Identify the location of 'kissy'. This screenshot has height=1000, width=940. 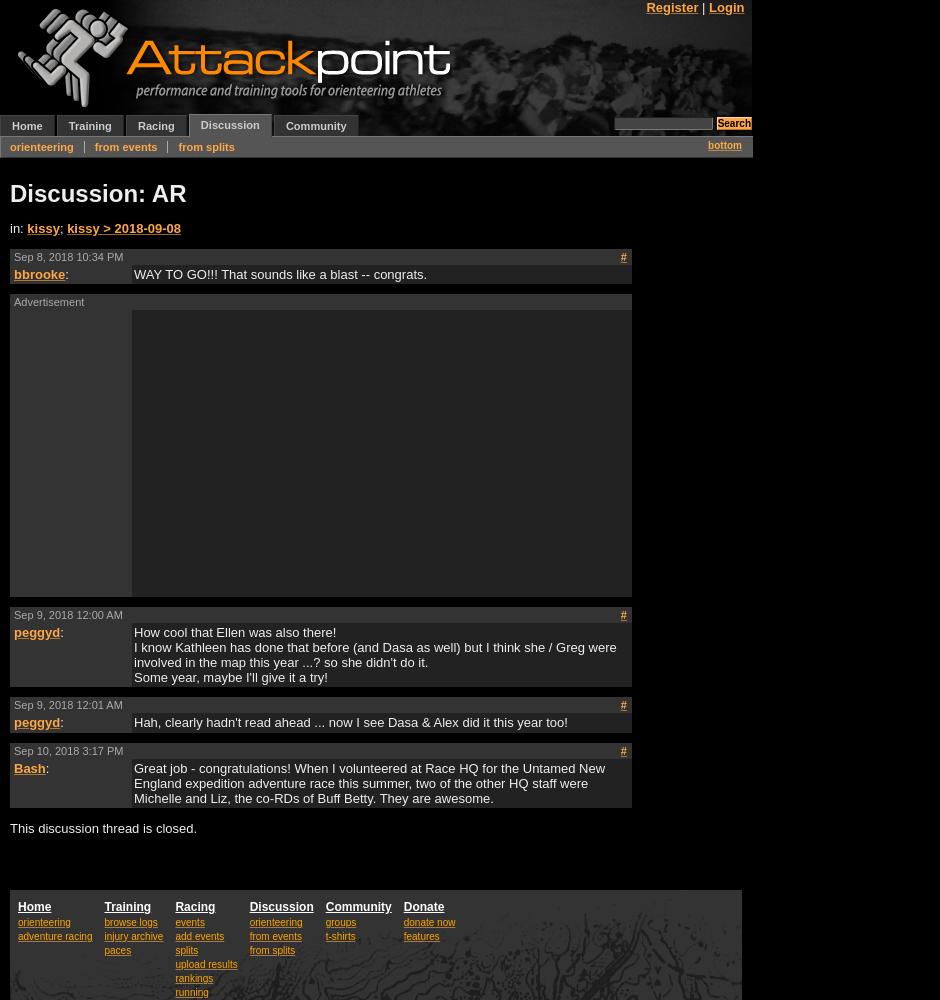
(26, 226).